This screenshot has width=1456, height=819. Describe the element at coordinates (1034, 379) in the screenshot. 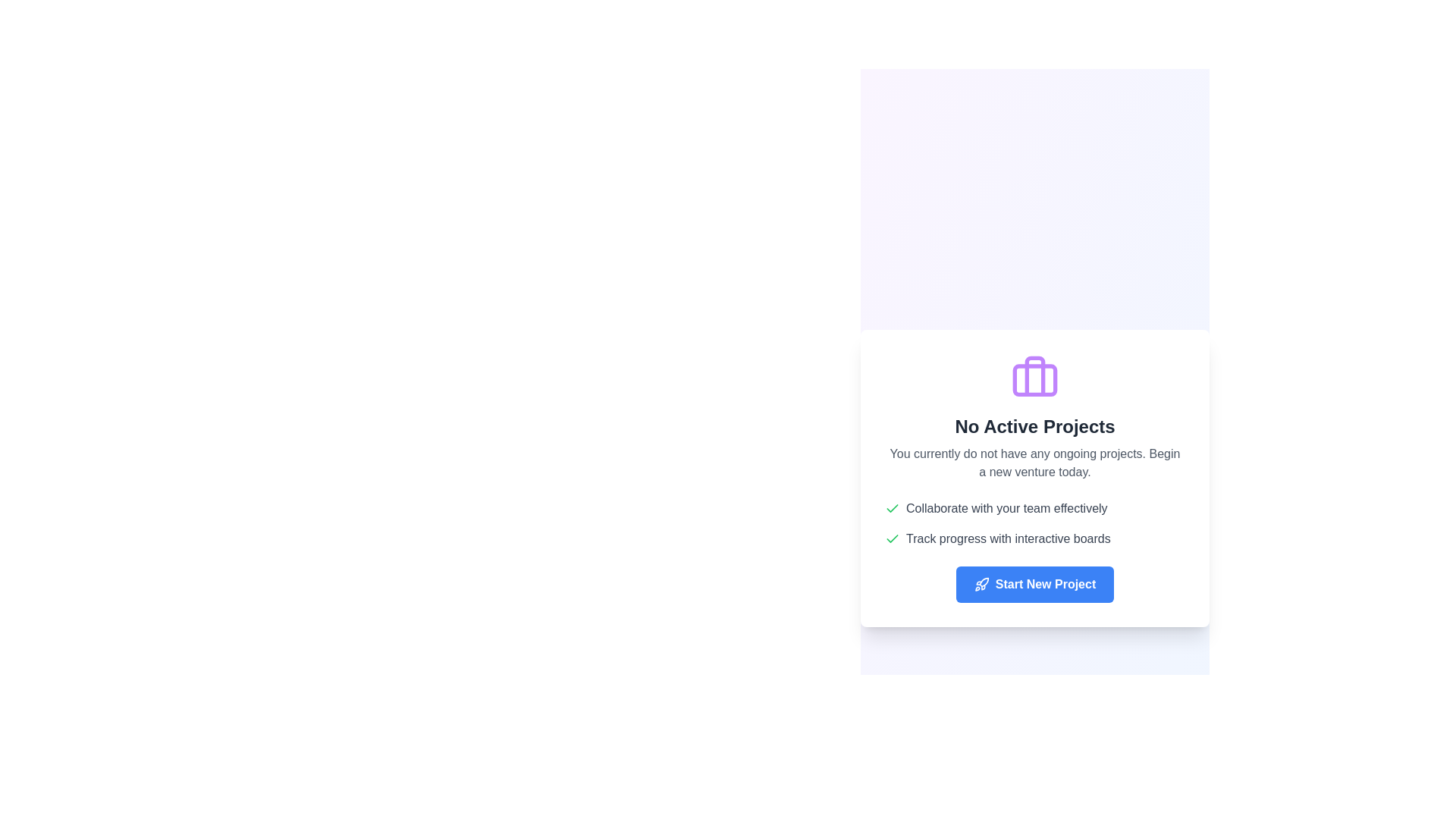

I see `the inner rectangular part of the briefcase icon, which is a component of the application iconography, located above the 'No Active Projects' text` at that location.